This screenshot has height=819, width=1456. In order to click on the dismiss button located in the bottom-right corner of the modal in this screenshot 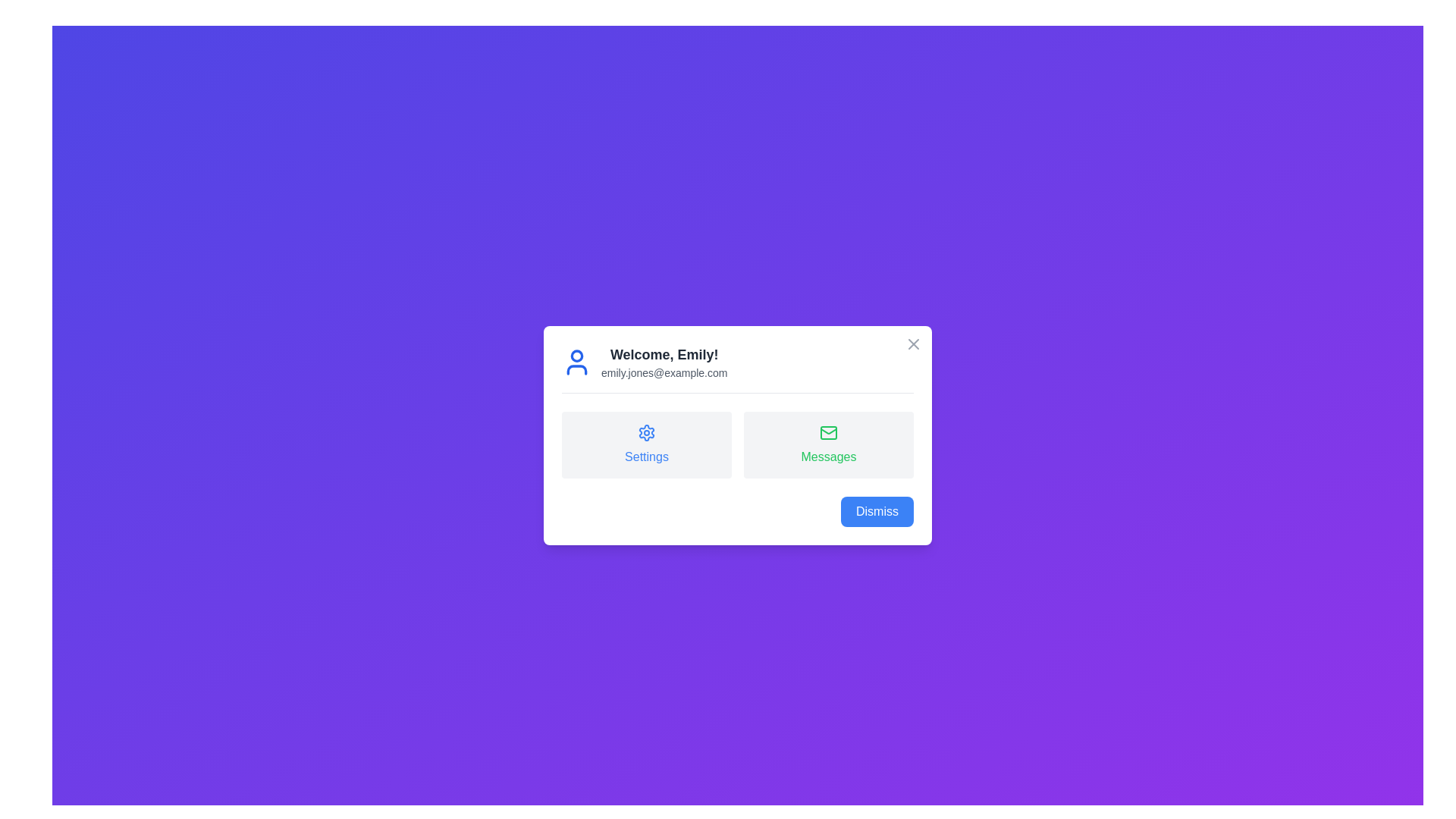, I will do `click(877, 511)`.